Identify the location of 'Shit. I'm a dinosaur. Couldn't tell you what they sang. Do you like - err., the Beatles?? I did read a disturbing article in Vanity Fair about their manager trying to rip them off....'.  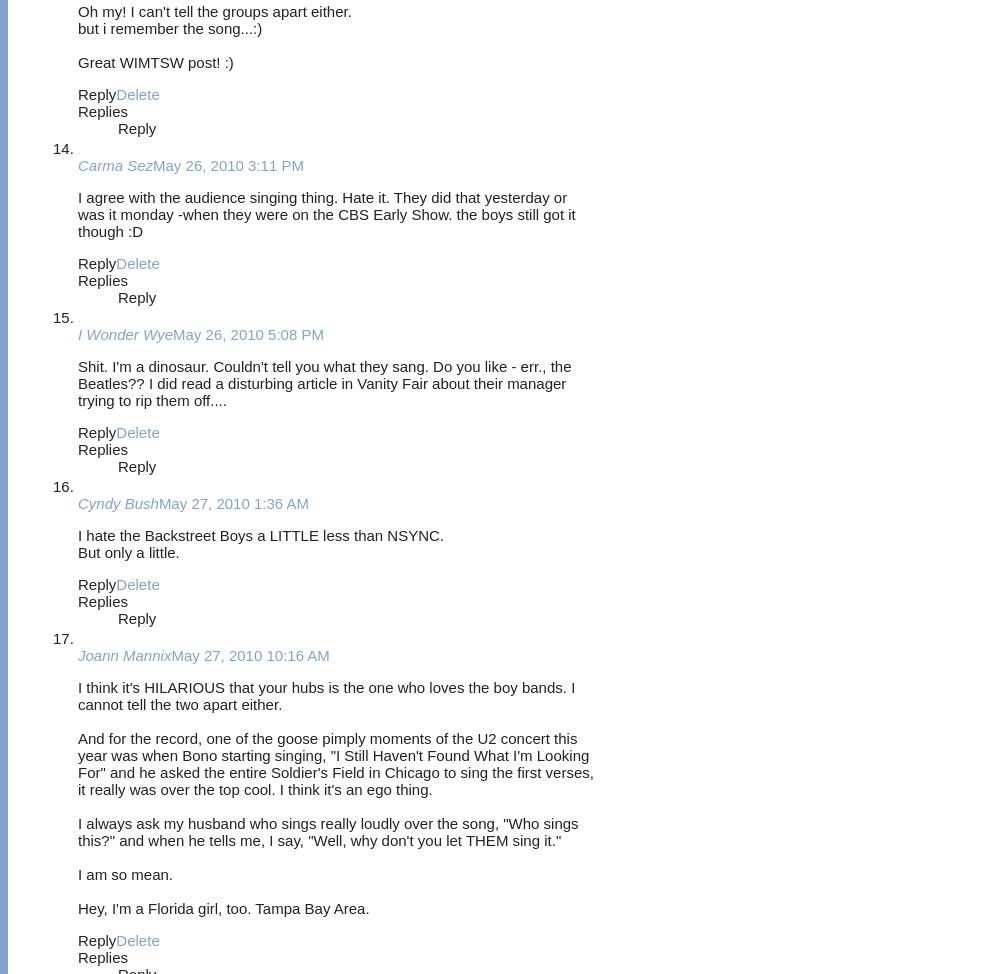
(324, 382).